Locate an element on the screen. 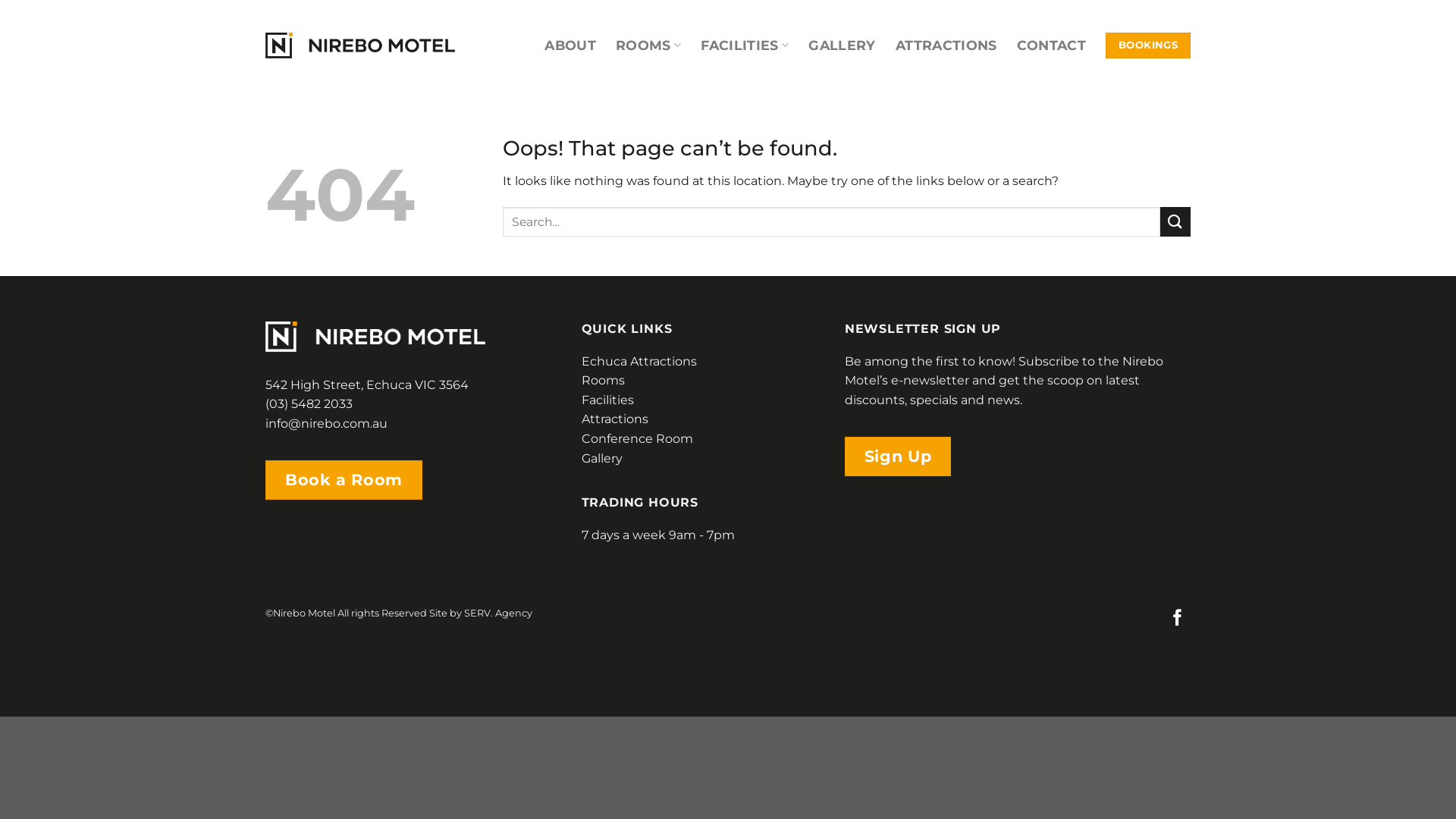  'Echuca Attractions' is located at coordinates (639, 361).